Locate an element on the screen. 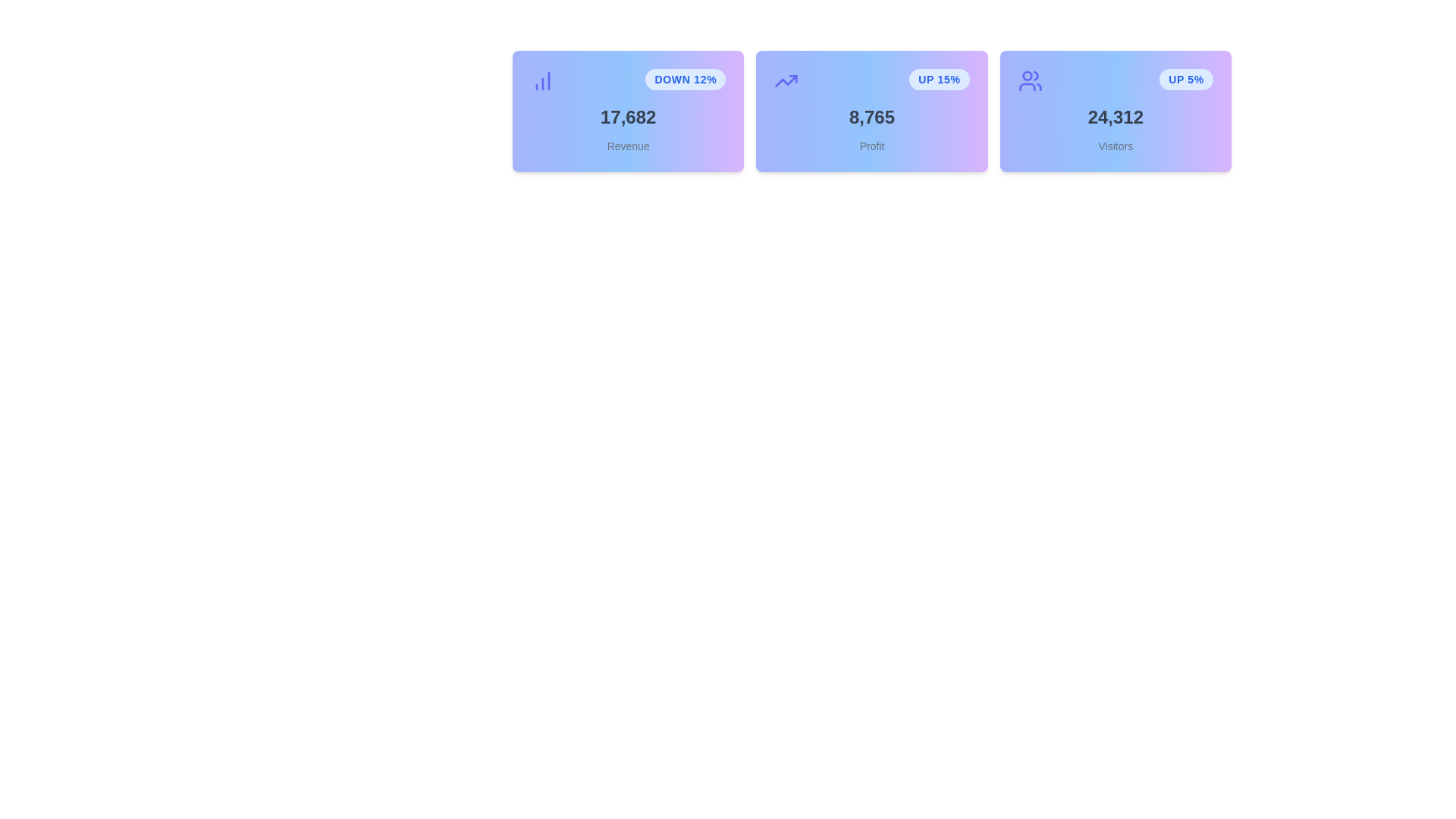 The image size is (1456, 819). the indigo blue icon representing a group of two people, located in the top-left corner of the third card showing '24,312 Visitors' is located at coordinates (1030, 81).